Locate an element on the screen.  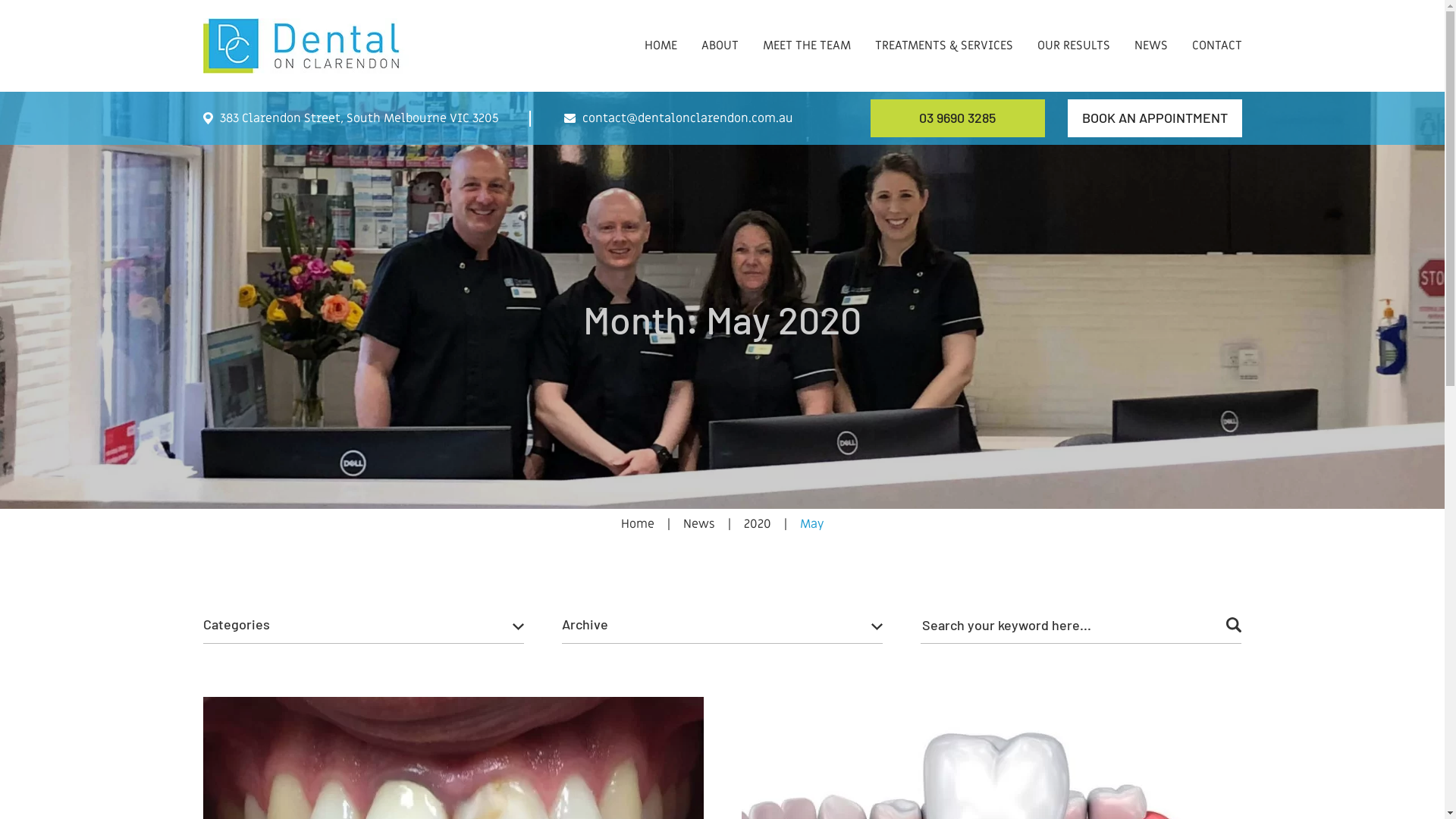
'NEWS' is located at coordinates (1150, 30).